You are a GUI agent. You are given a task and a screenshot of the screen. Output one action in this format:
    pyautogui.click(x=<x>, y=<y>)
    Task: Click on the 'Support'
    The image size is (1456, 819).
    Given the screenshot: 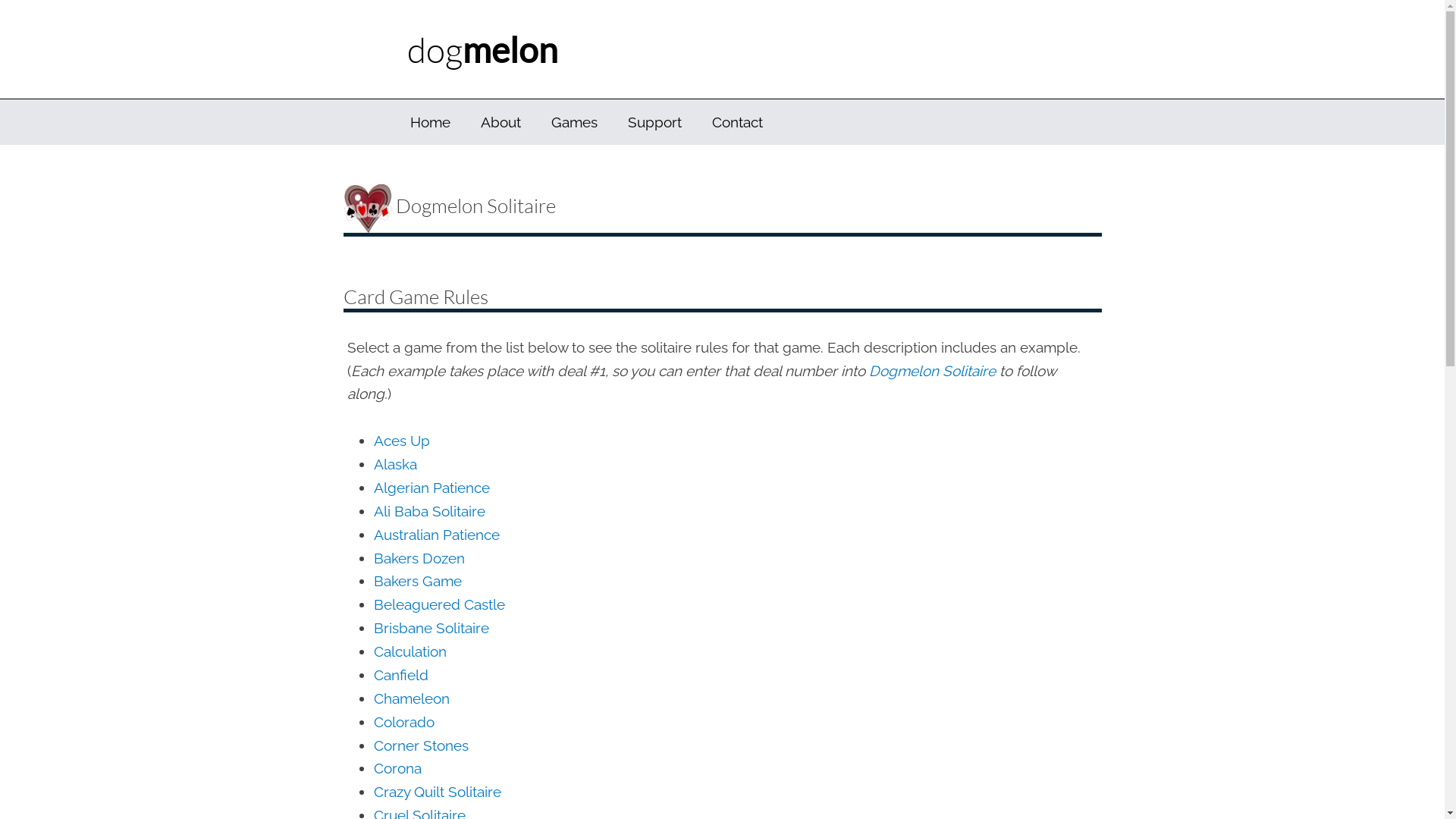 What is the action you would take?
    pyautogui.click(x=654, y=121)
    